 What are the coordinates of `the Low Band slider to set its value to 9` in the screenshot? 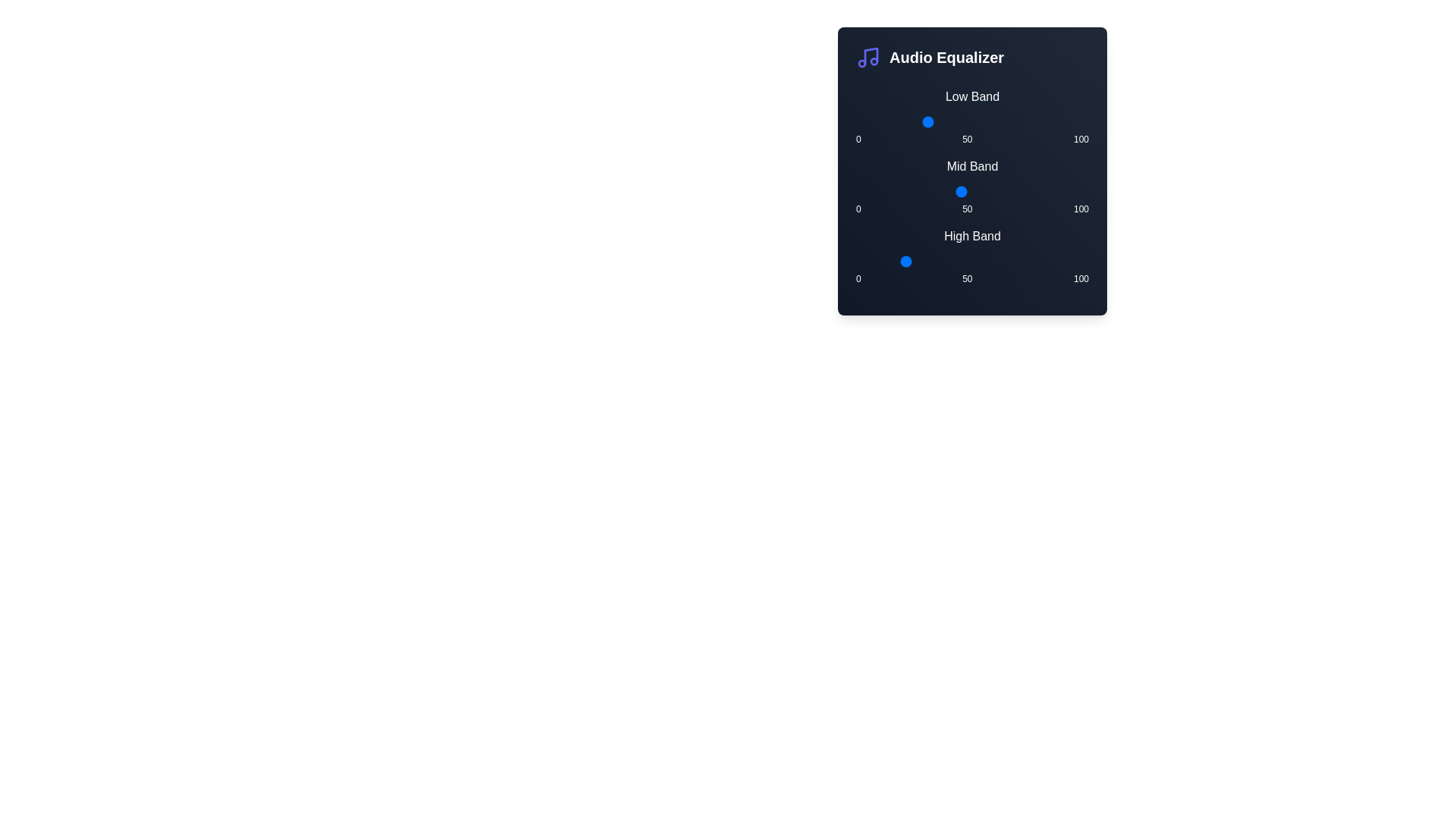 It's located at (877, 121).